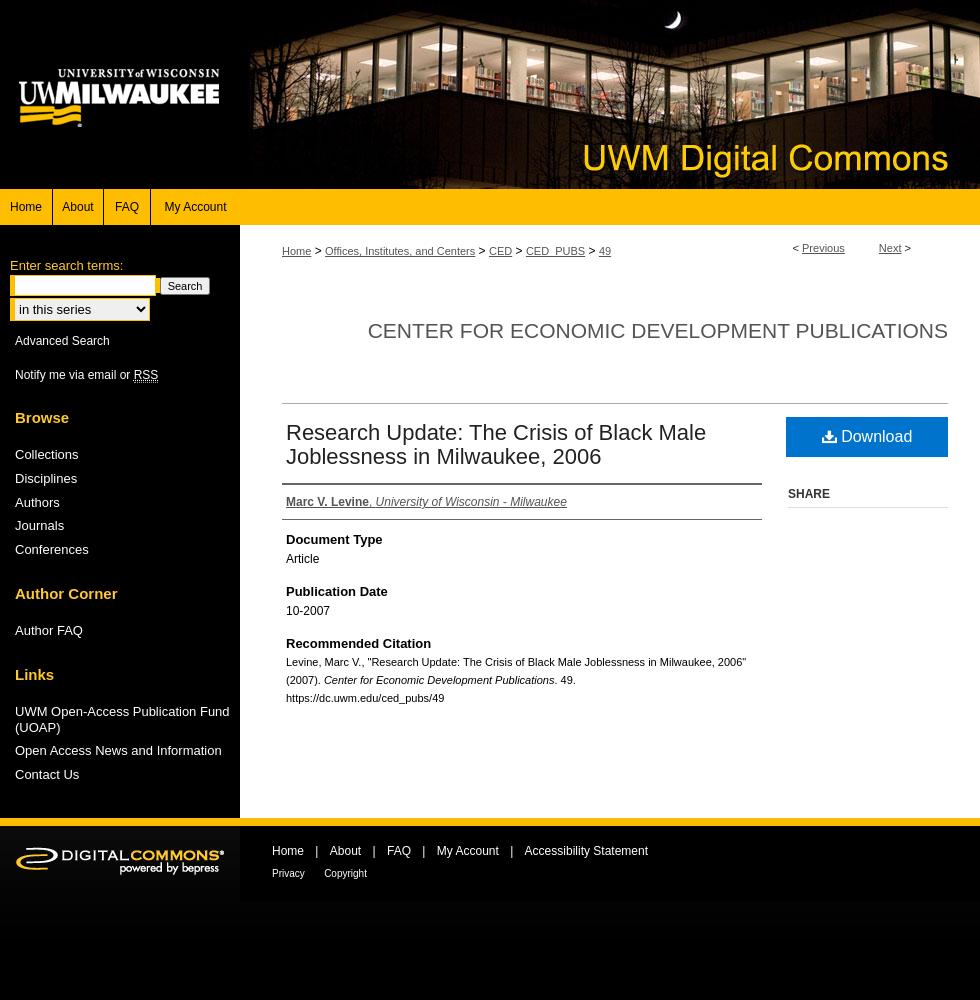 This screenshot has height=1000, width=980. What do you see at coordinates (586, 850) in the screenshot?
I see `'Accessibility Statement'` at bounding box center [586, 850].